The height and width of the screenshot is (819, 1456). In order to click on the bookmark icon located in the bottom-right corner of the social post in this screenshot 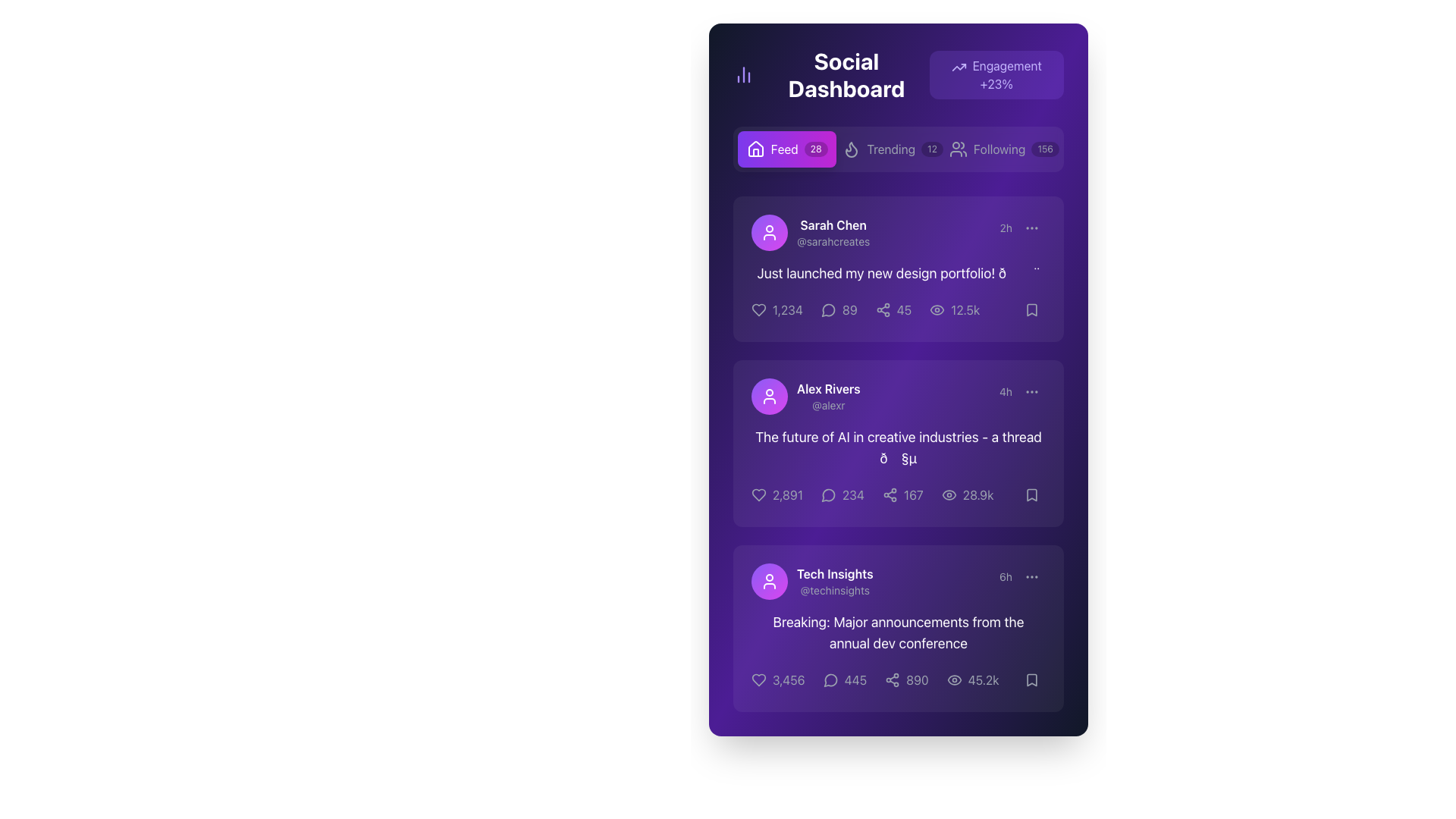, I will do `click(1031, 309)`.